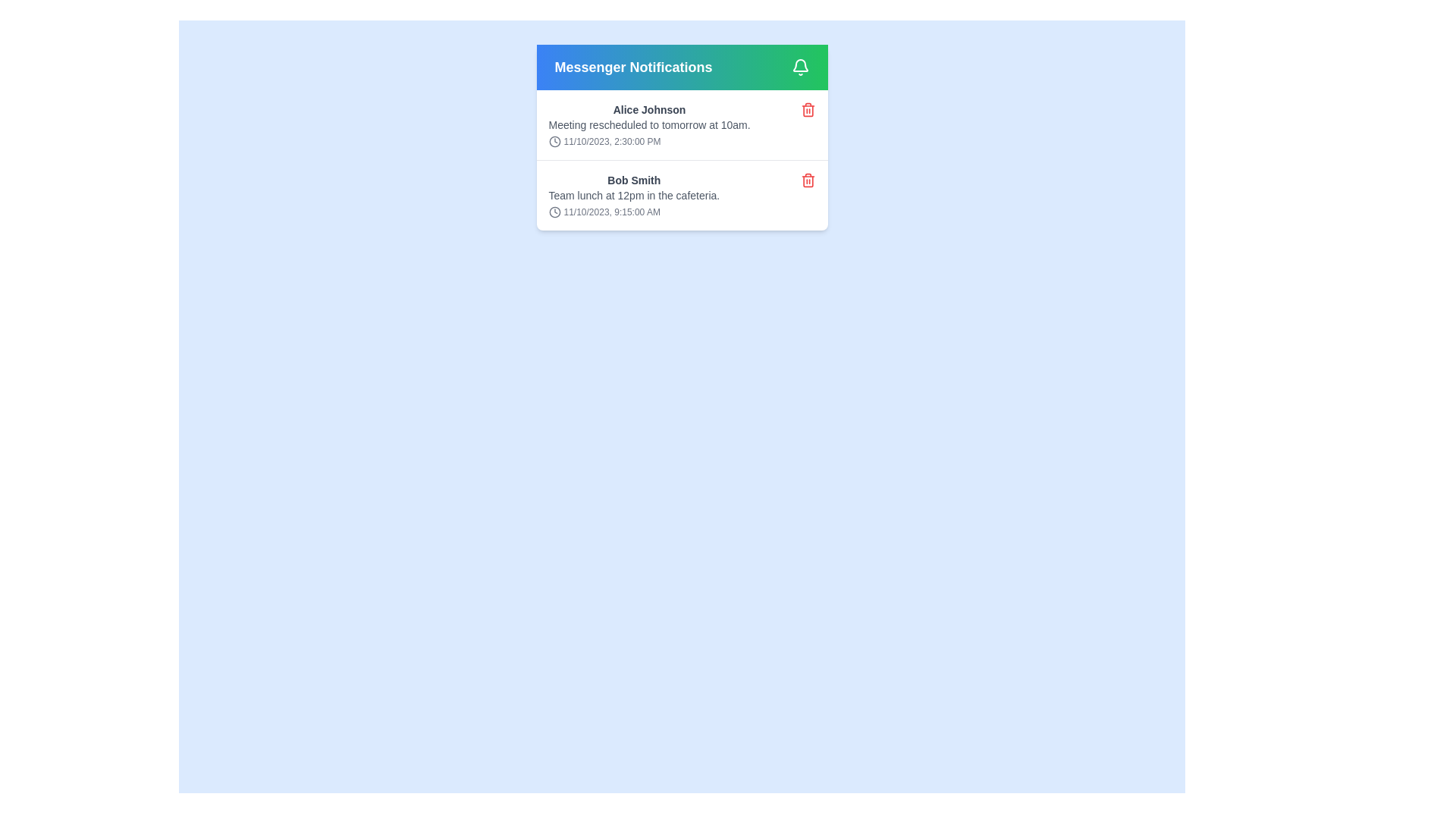  What do you see at coordinates (799, 66) in the screenshot?
I see `the outlined bell icon located at the far right of the header bar in the 'Messenger Notifications' area` at bounding box center [799, 66].